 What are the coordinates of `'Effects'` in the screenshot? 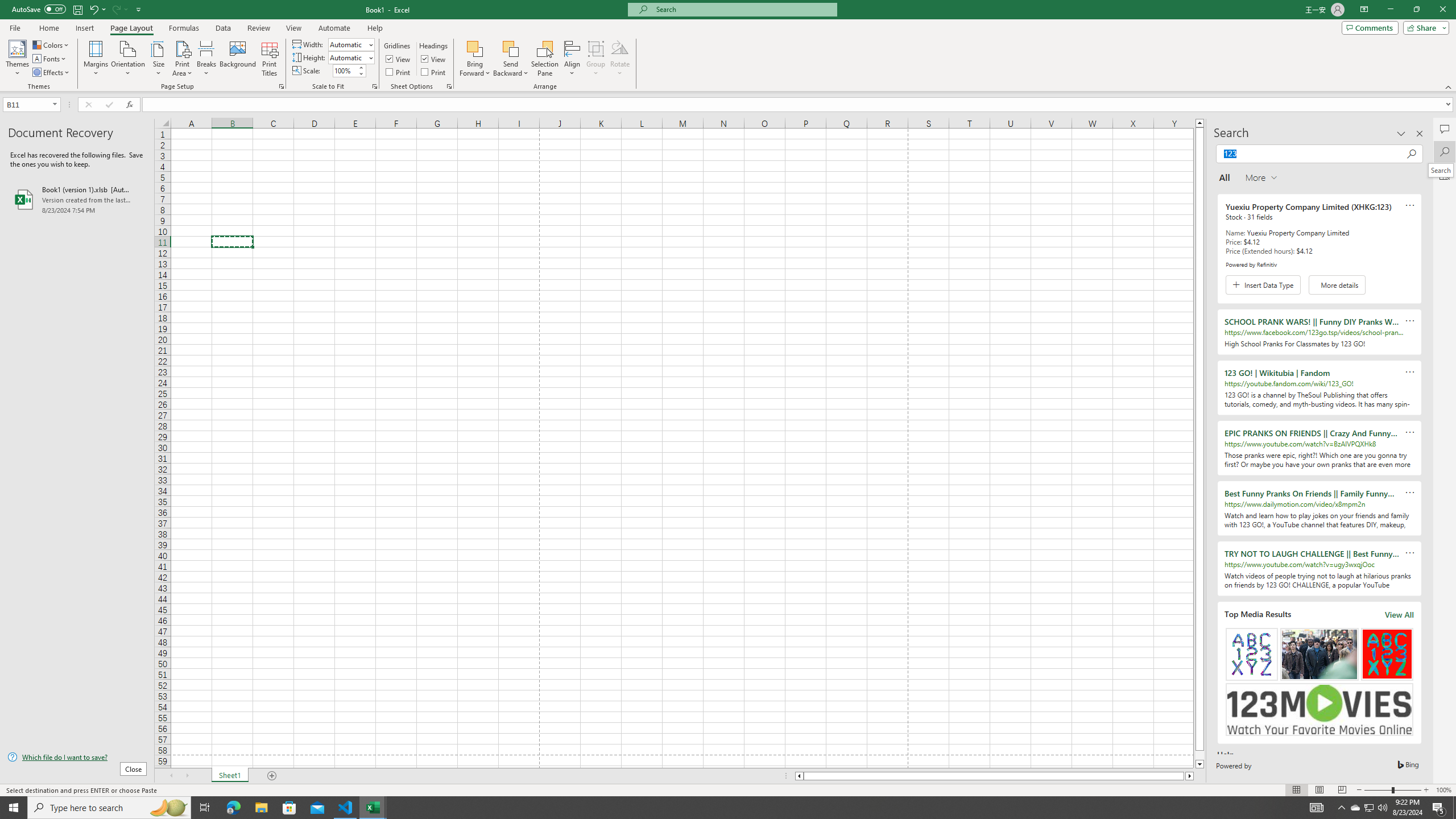 It's located at (51, 72).